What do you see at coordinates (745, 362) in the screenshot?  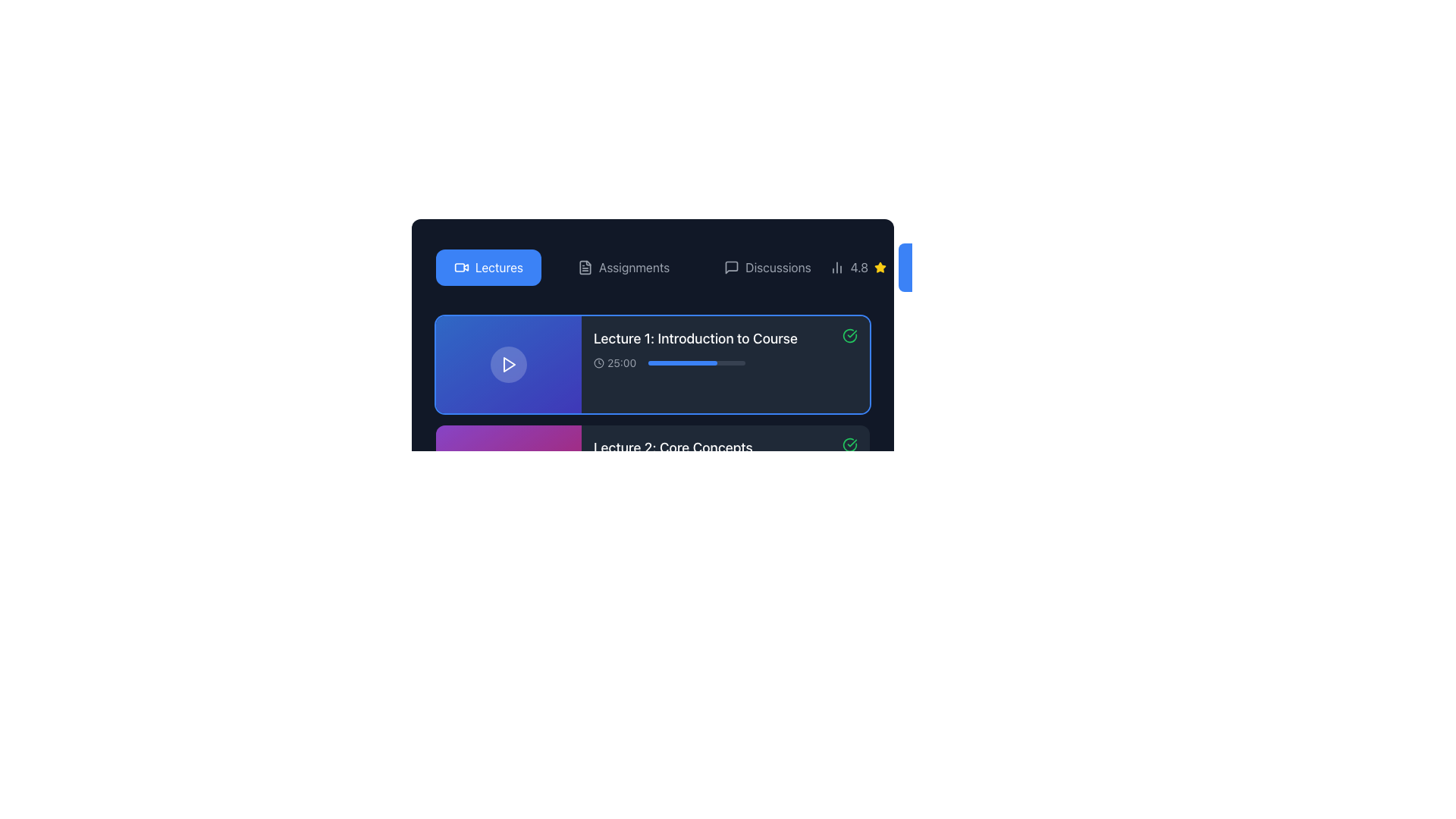 I see `the slider` at bounding box center [745, 362].